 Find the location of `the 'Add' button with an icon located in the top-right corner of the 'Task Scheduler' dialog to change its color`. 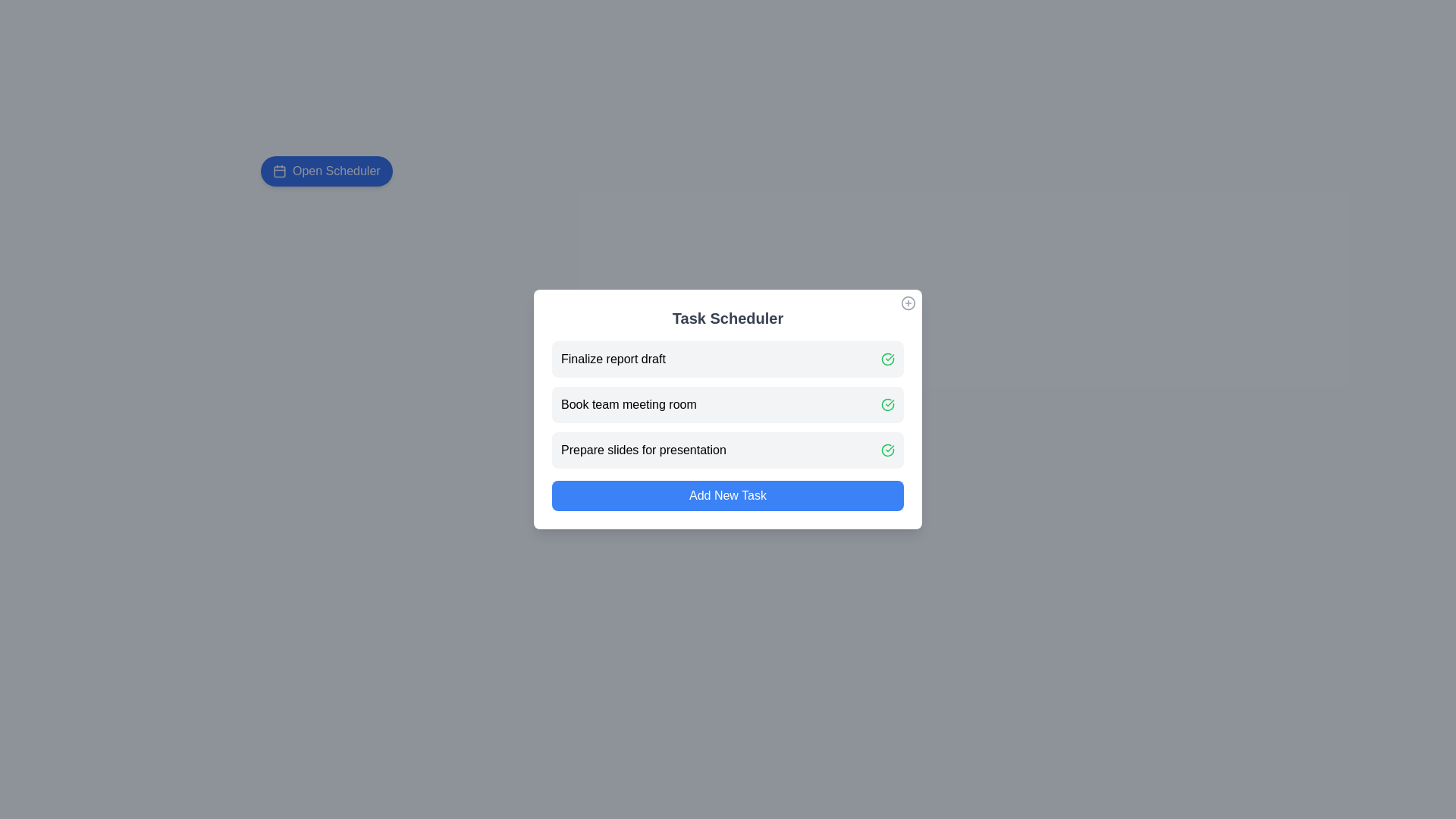

the 'Add' button with an icon located in the top-right corner of the 'Task Scheduler' dialog to change its color is located at coordinates (908, 303).